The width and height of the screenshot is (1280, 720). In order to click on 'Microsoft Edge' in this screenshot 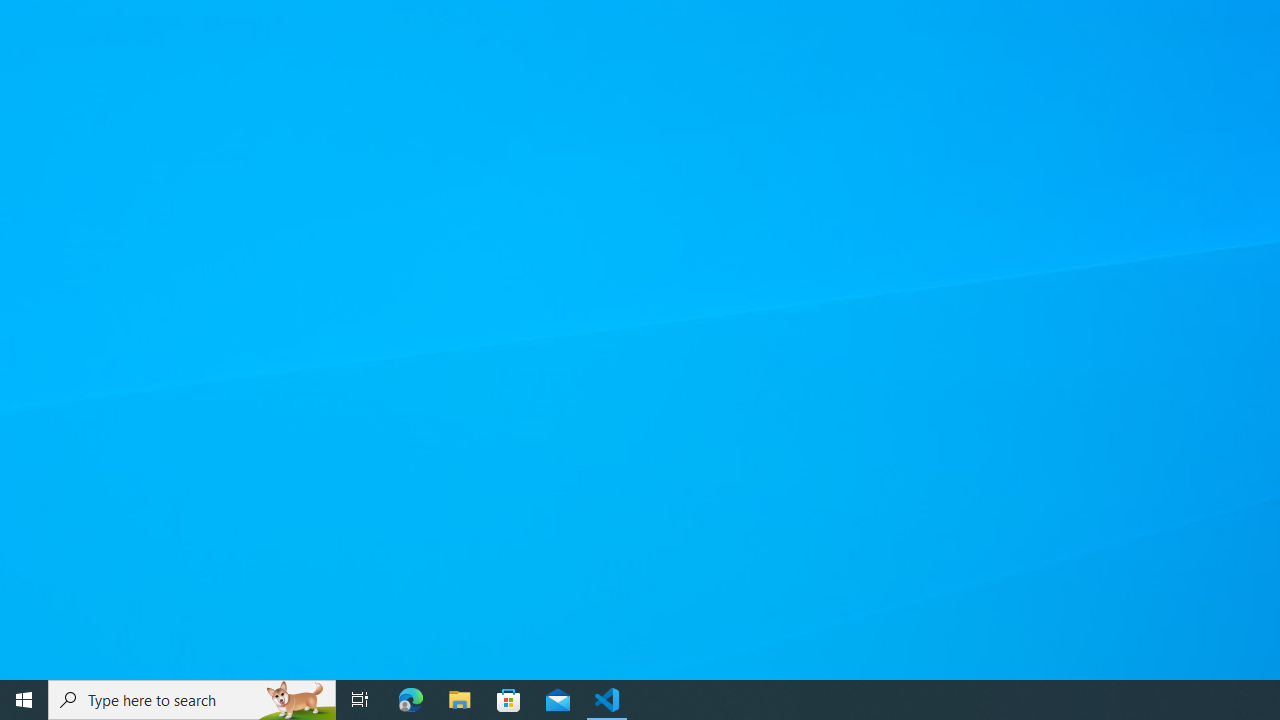, I will do `click(410, 698)`.